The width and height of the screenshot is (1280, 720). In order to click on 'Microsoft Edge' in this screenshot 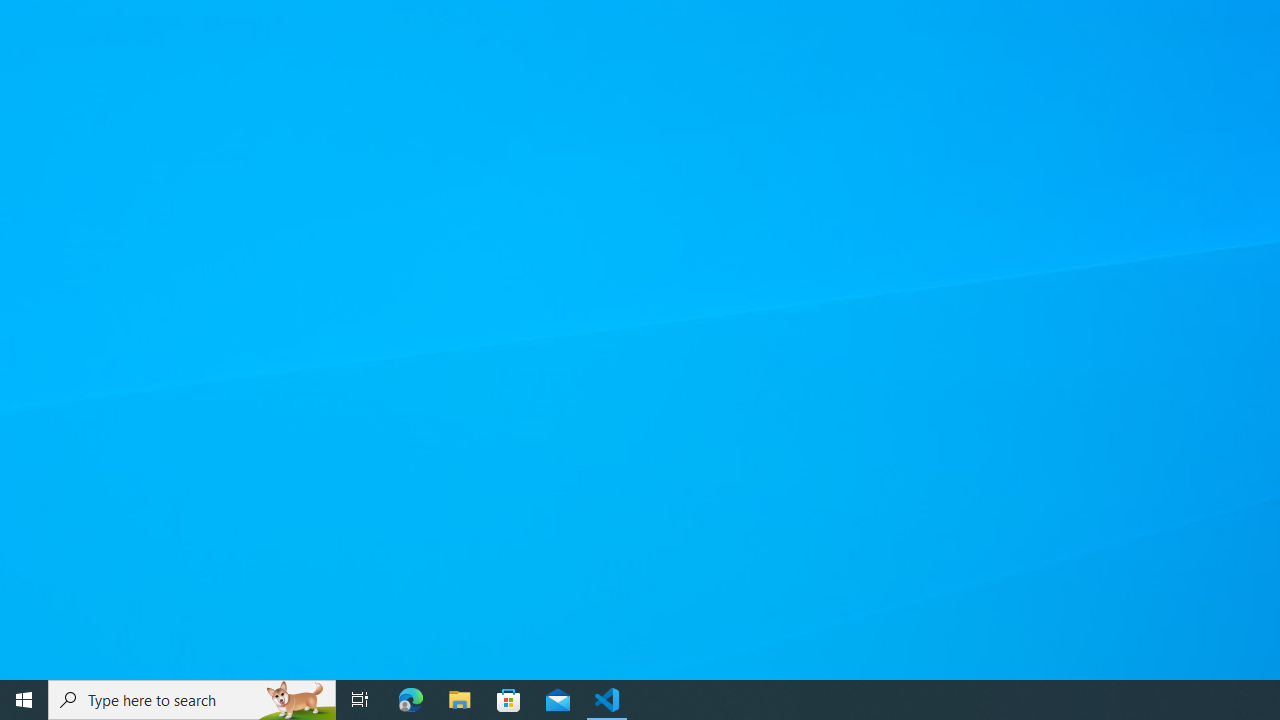, I will do `click(410, 698)`.